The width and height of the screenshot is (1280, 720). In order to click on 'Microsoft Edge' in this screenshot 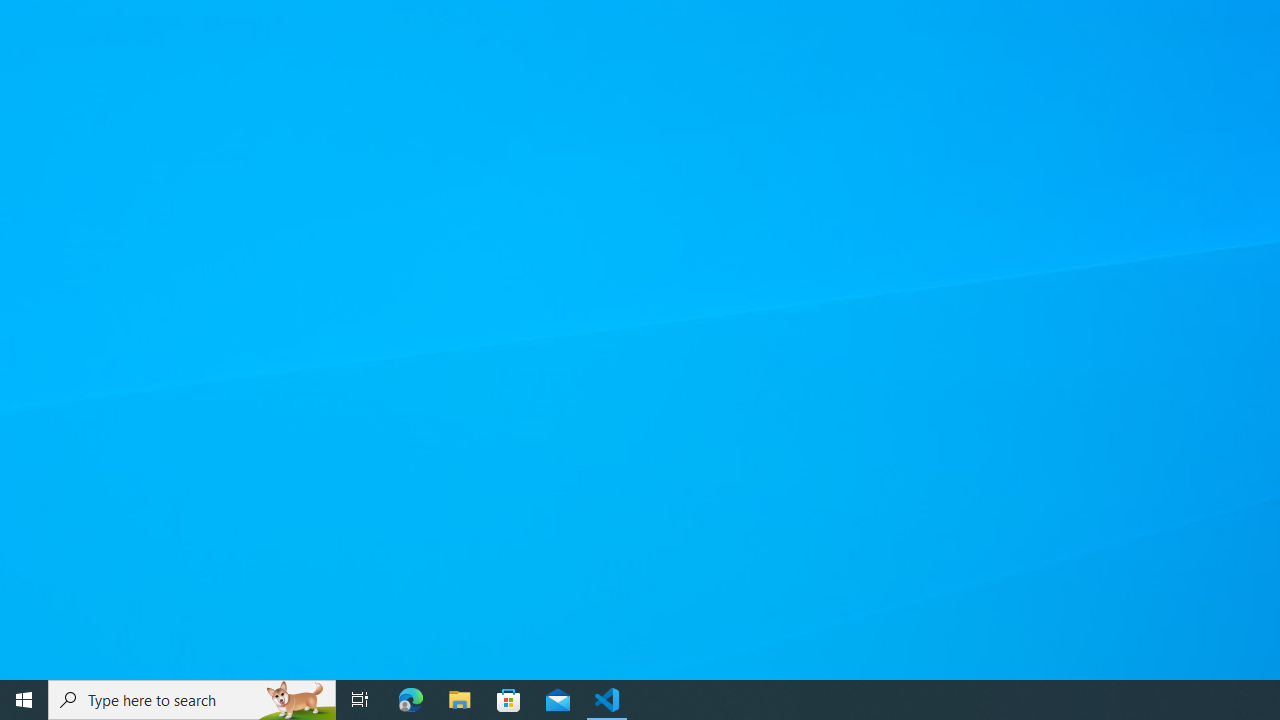, I will do `click(410, 698)`.